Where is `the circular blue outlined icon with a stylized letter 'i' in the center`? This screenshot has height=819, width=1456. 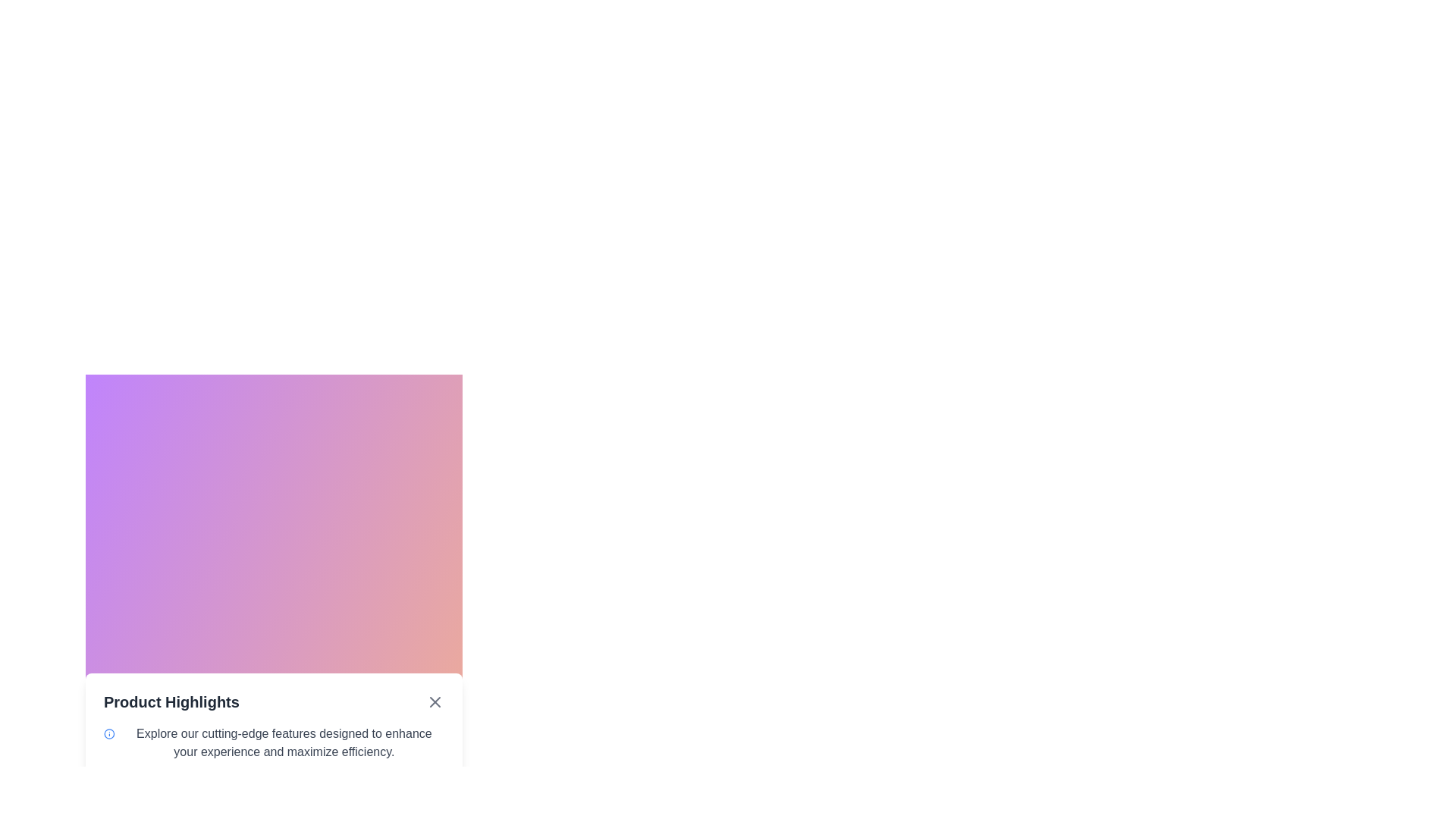 the circular blue outlined icon with a stylized letter 'i' in the center is located at coordinates (108, 733).